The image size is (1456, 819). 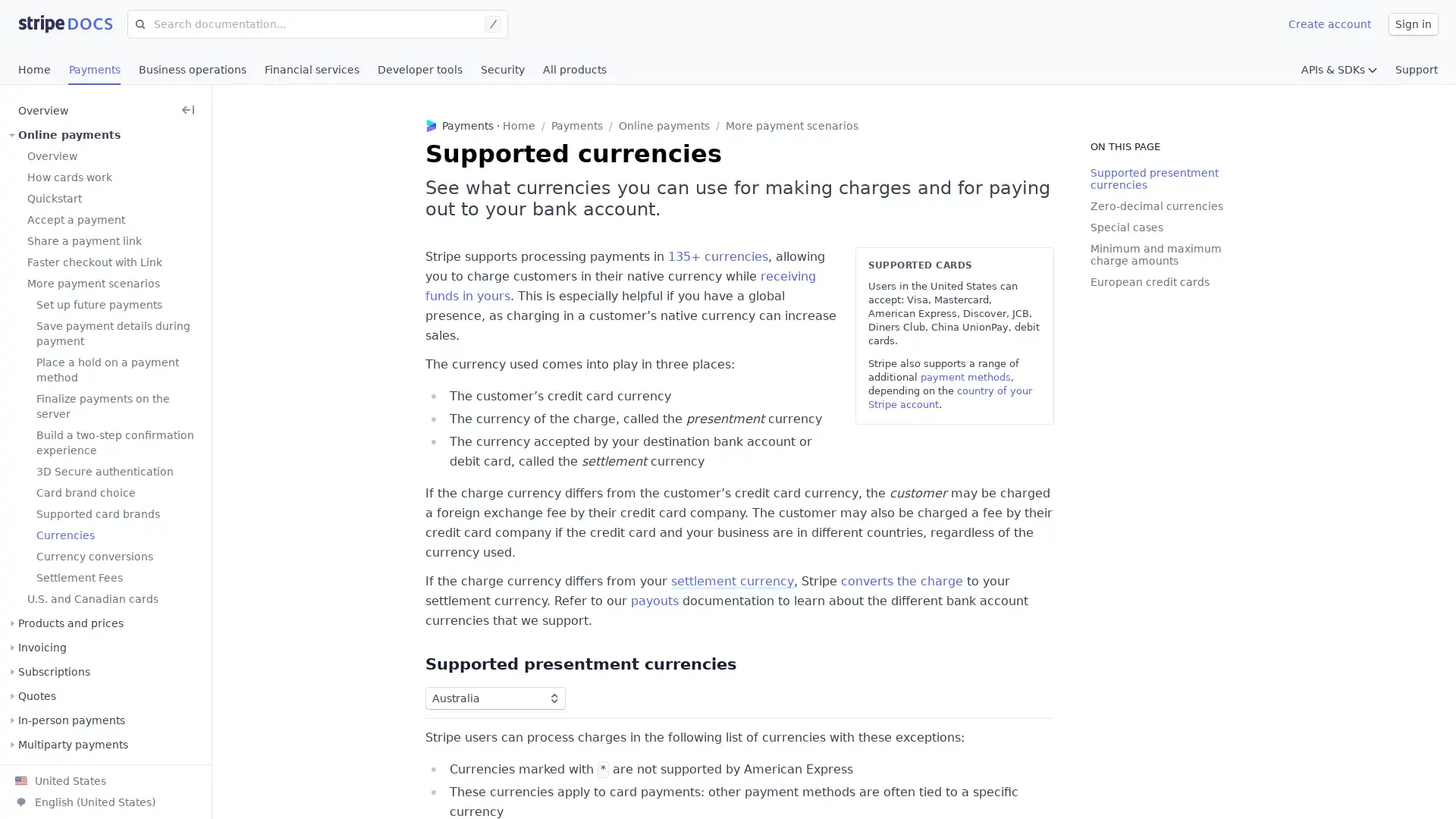 I want to click on Orders, so click(x=36, y=769).